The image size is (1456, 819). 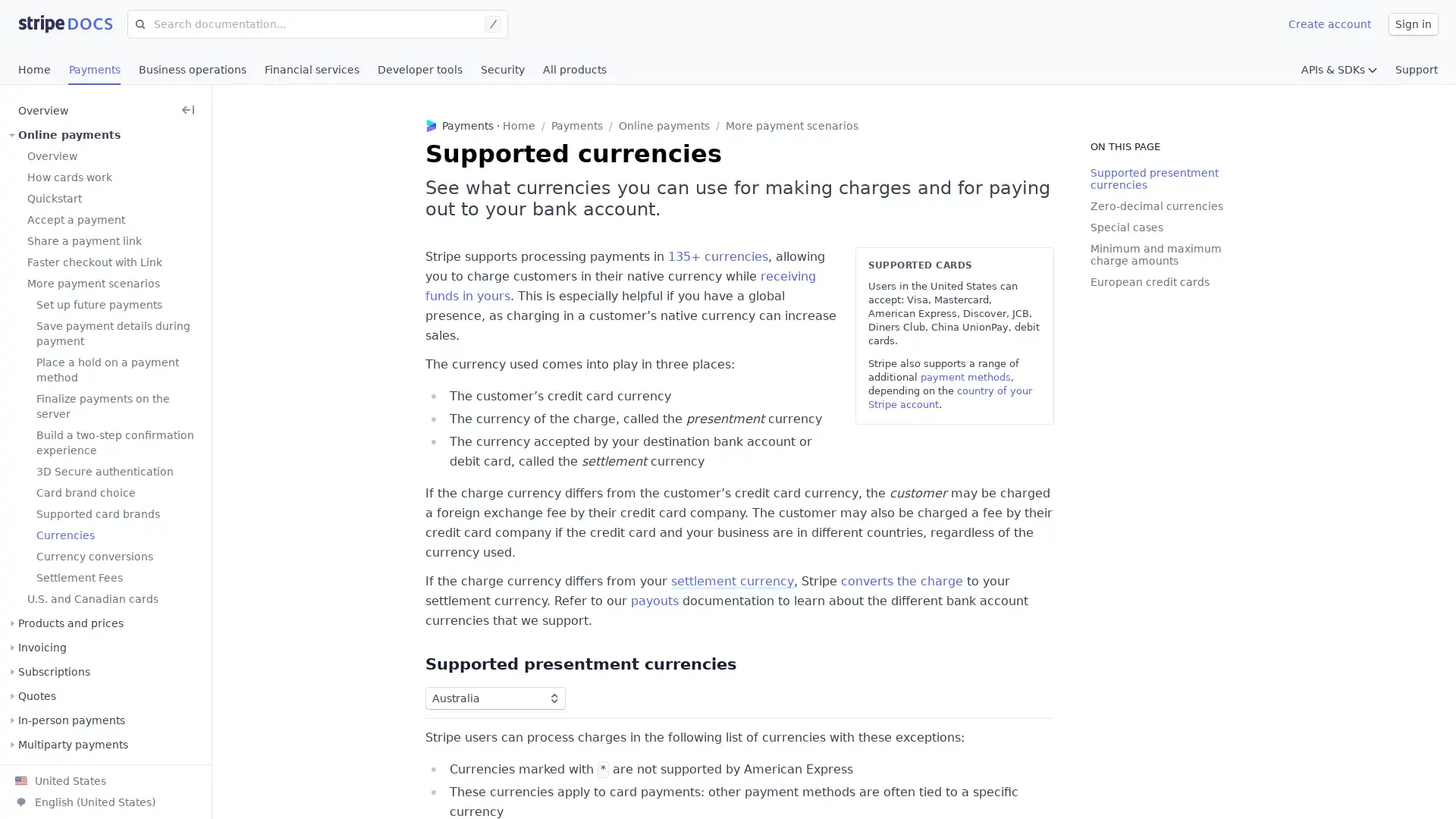 I want to click on Orders, so click(x=36, y=769).